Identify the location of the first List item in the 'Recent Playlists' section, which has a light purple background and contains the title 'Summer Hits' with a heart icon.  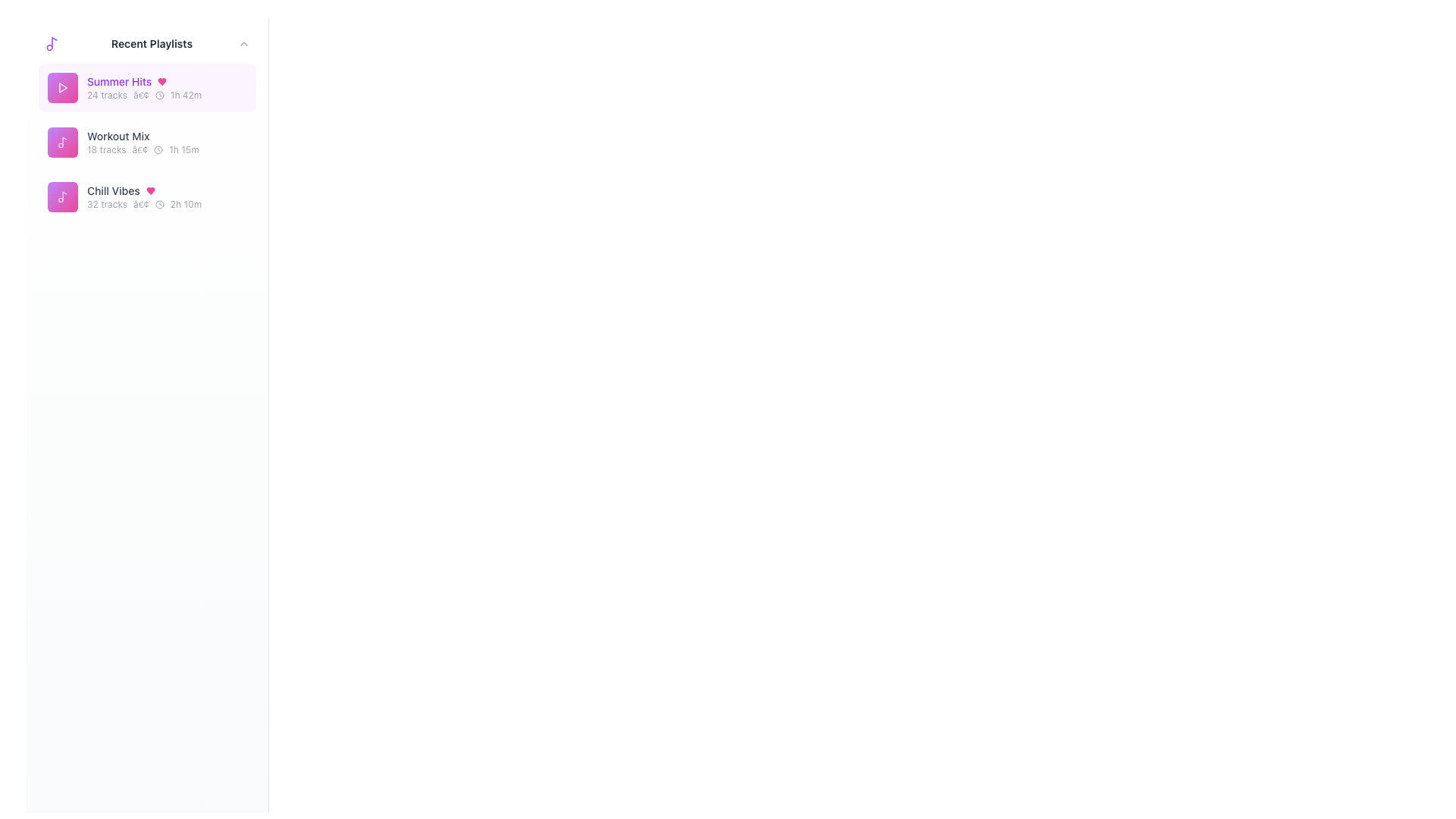
(147, 87).